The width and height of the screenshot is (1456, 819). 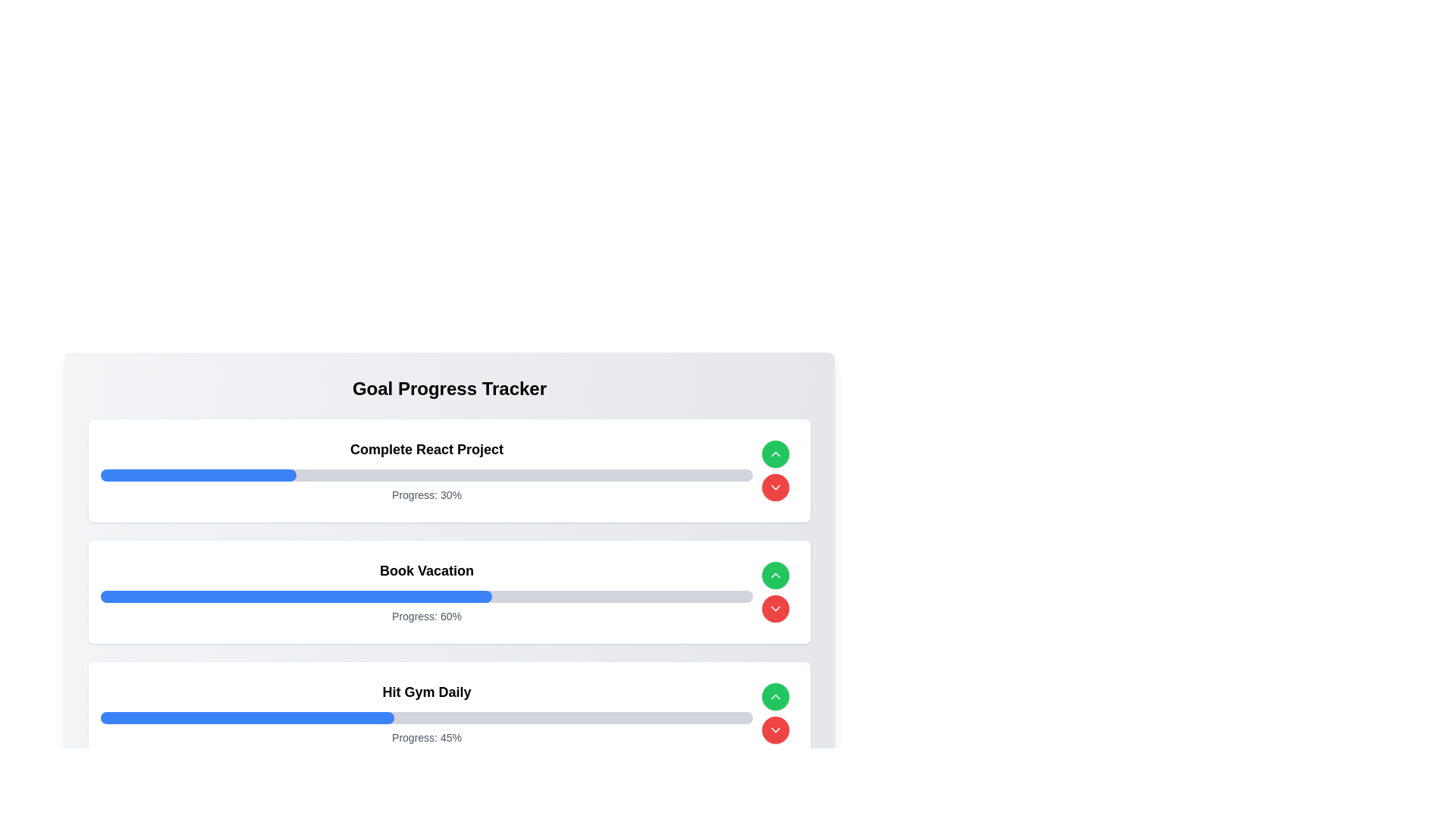 What do you see at coordinates (425, 449) in the screenshot?
I see `text element displaying 'Complete React Project', which is styled in bold and larger font, positioned above the progress bar in the task list` at bounding box center [425, 449].